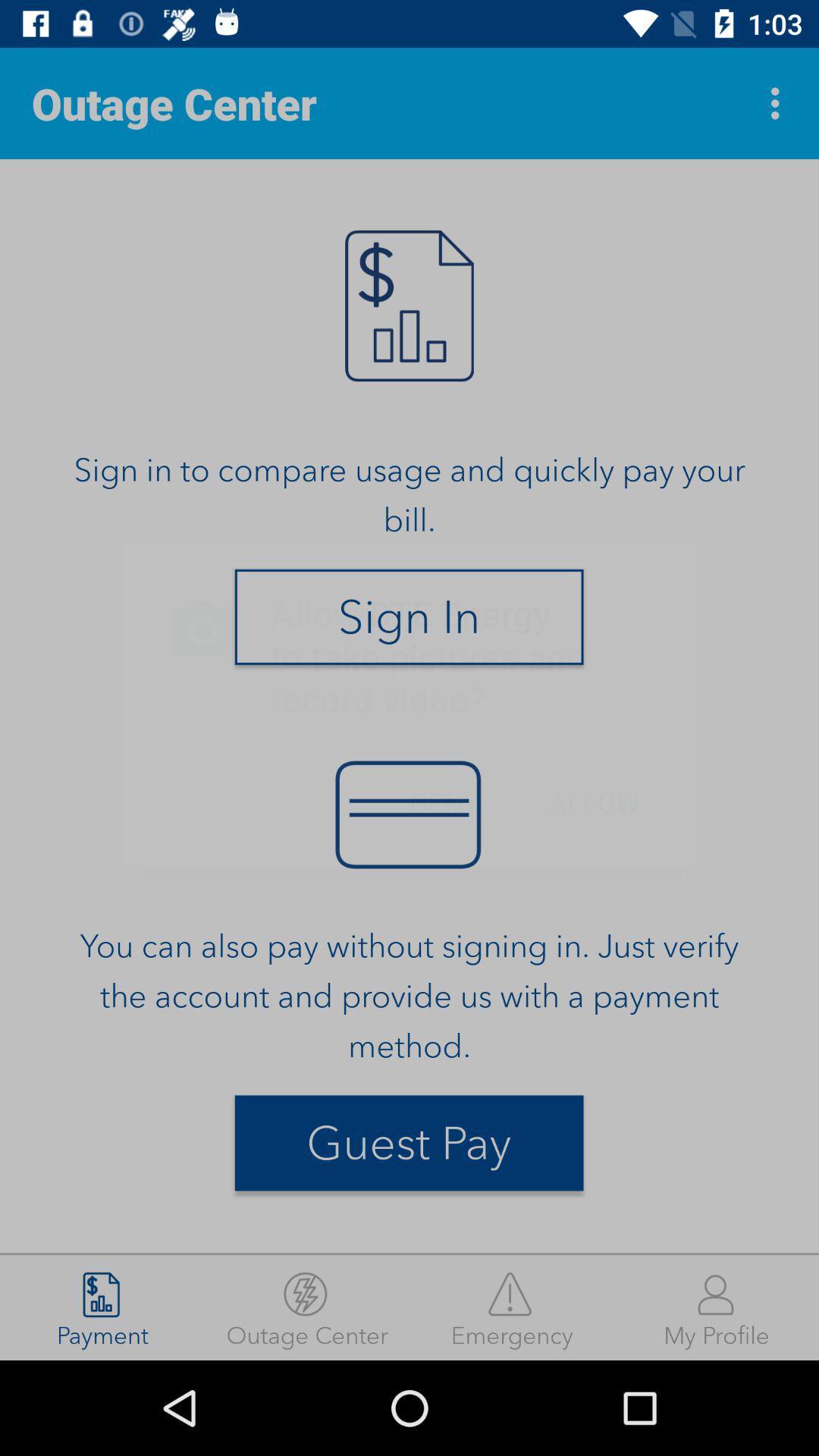 The width and height of the screenshot is (819, 1456). What do you see at coordinates (717, 1307) in the screenshot?
I see `the item at the bottom right corner` at bounding box center [717, 1307].